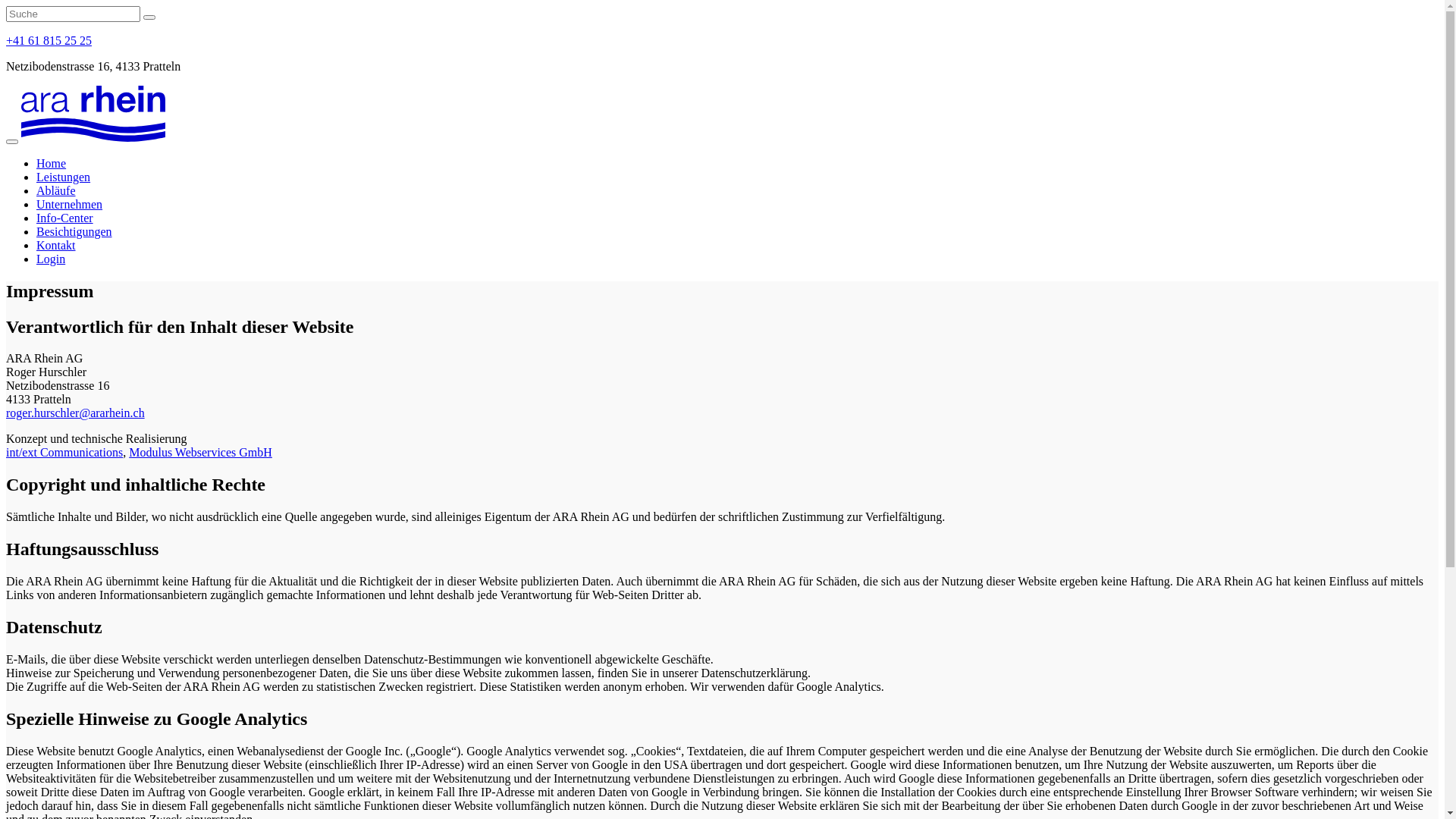 The image size is (1456, 819). I want to click on 'int/ext Communications', so click(6, 451).